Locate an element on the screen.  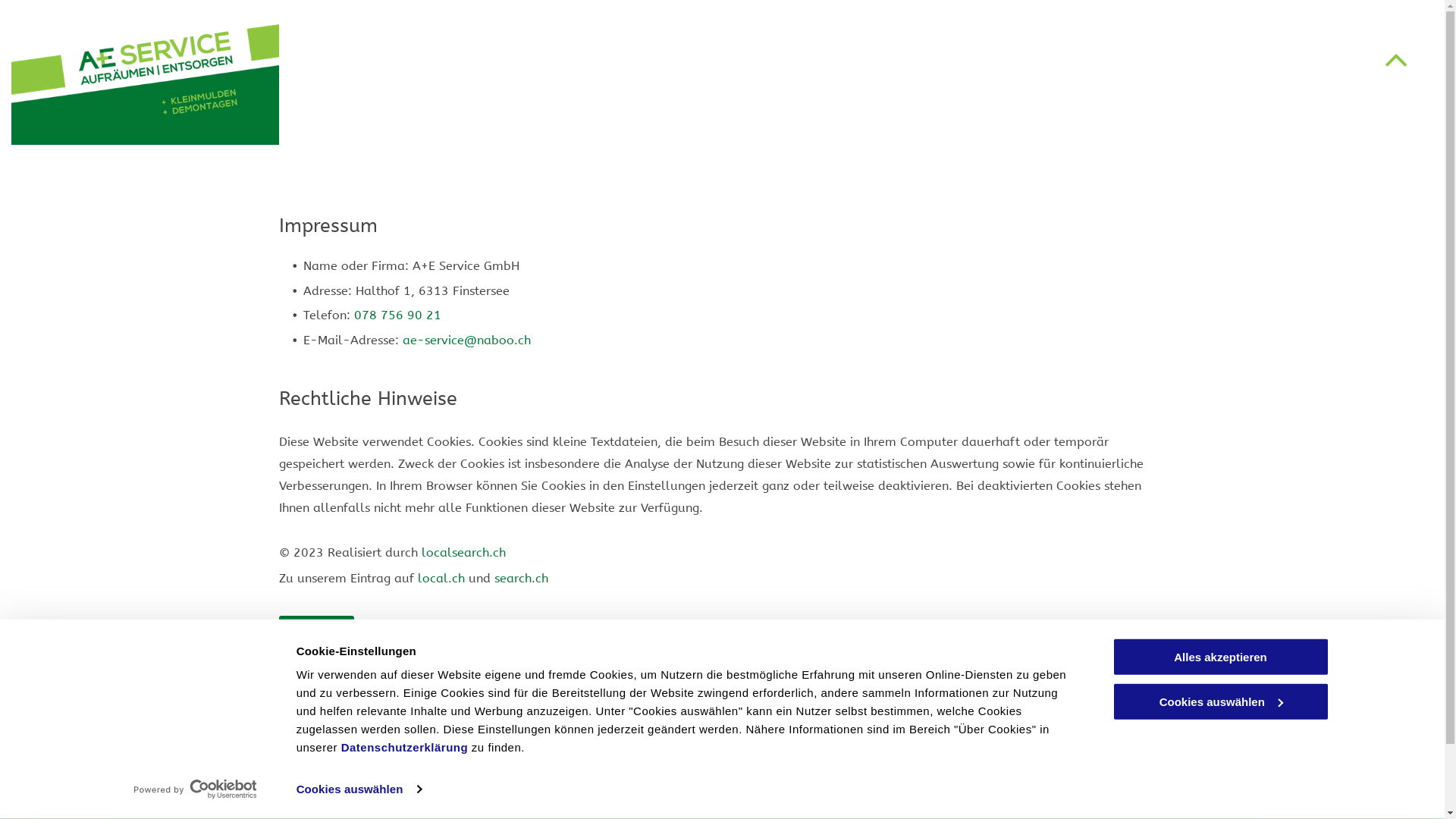
'search.ch' is located at coordinates (521, 578).